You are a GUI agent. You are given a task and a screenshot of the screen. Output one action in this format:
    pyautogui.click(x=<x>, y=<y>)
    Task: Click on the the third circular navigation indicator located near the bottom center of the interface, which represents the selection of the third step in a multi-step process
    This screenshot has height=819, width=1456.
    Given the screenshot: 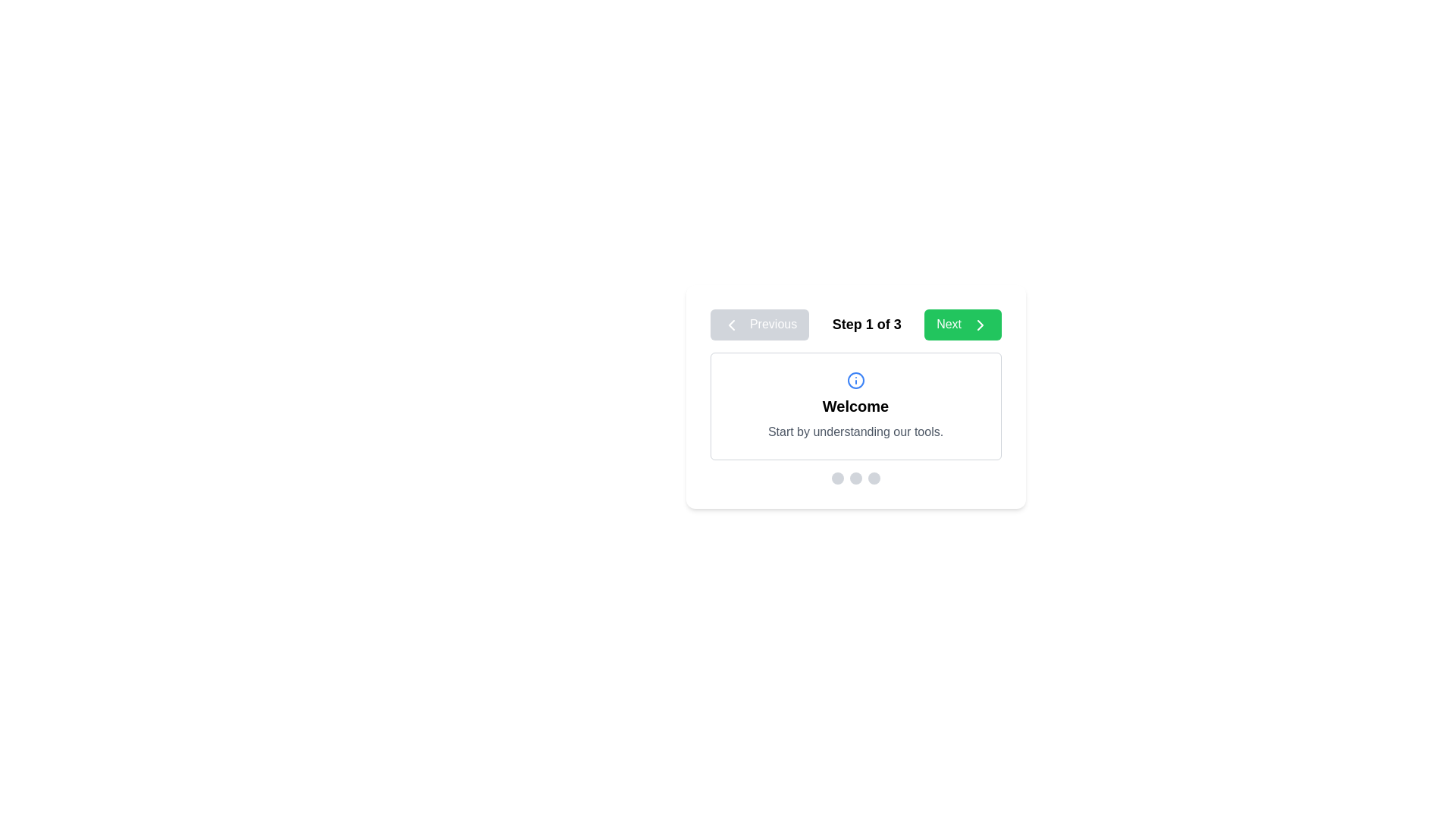 What is the action you would take?
    pyautogui.click(x=874, y=478)
    